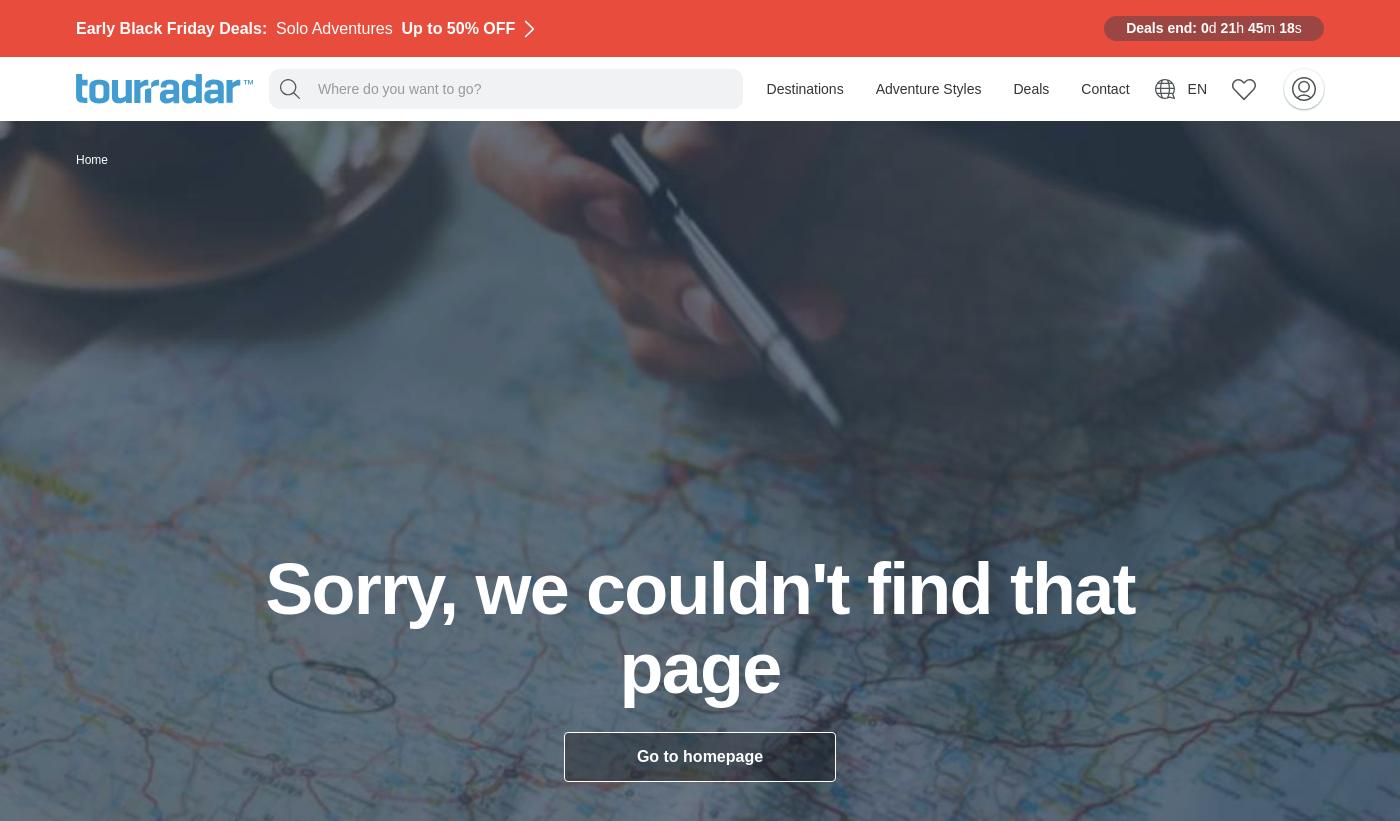 The width and height of the screenshot is (1400, 821). Describe the element at coordinates (875, 88) in the screenshot. I see `'Adventure Styles'` at that location.